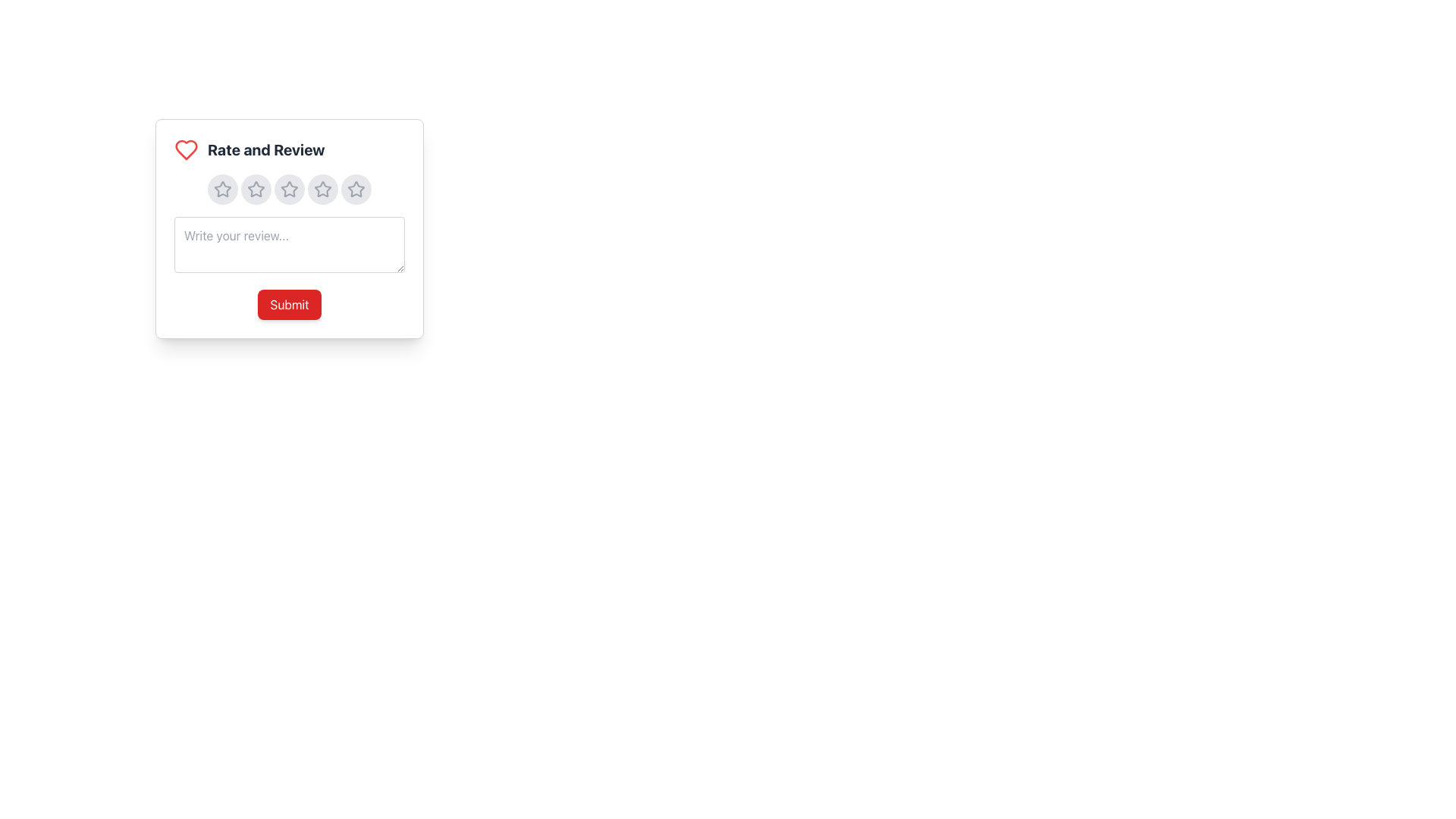 The width and height of the screenshot is (1456, 819). Describe the element at coordinates (256, 188) in the screenshot. I see `the second star icon in the rating area` at that location.